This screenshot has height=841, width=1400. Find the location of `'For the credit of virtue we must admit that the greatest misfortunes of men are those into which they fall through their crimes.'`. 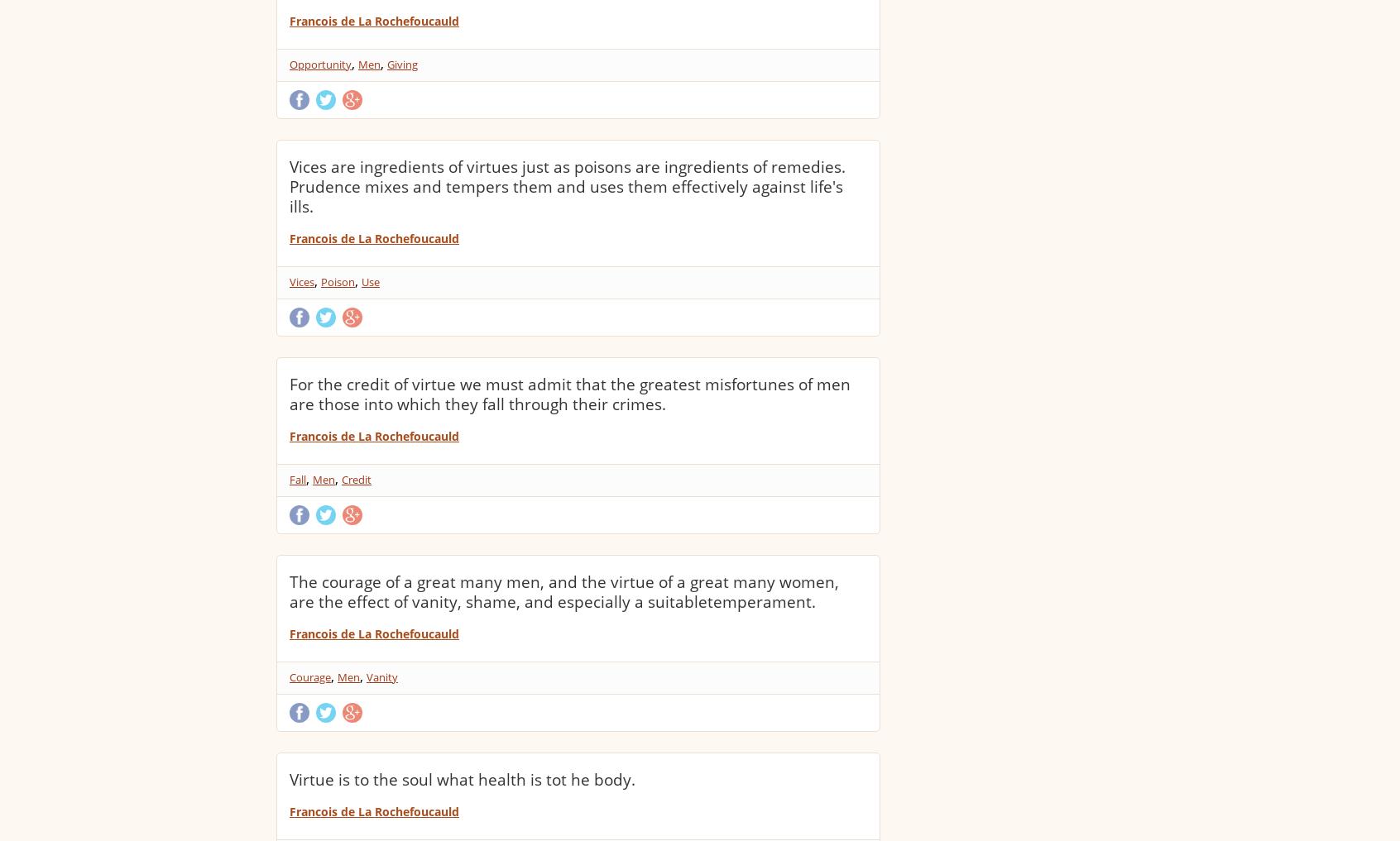

'For the credit of virtue we must admit that the greatest misfortunes of men are those into which they fall through their crimes.' is located at coordinates (569, 393).